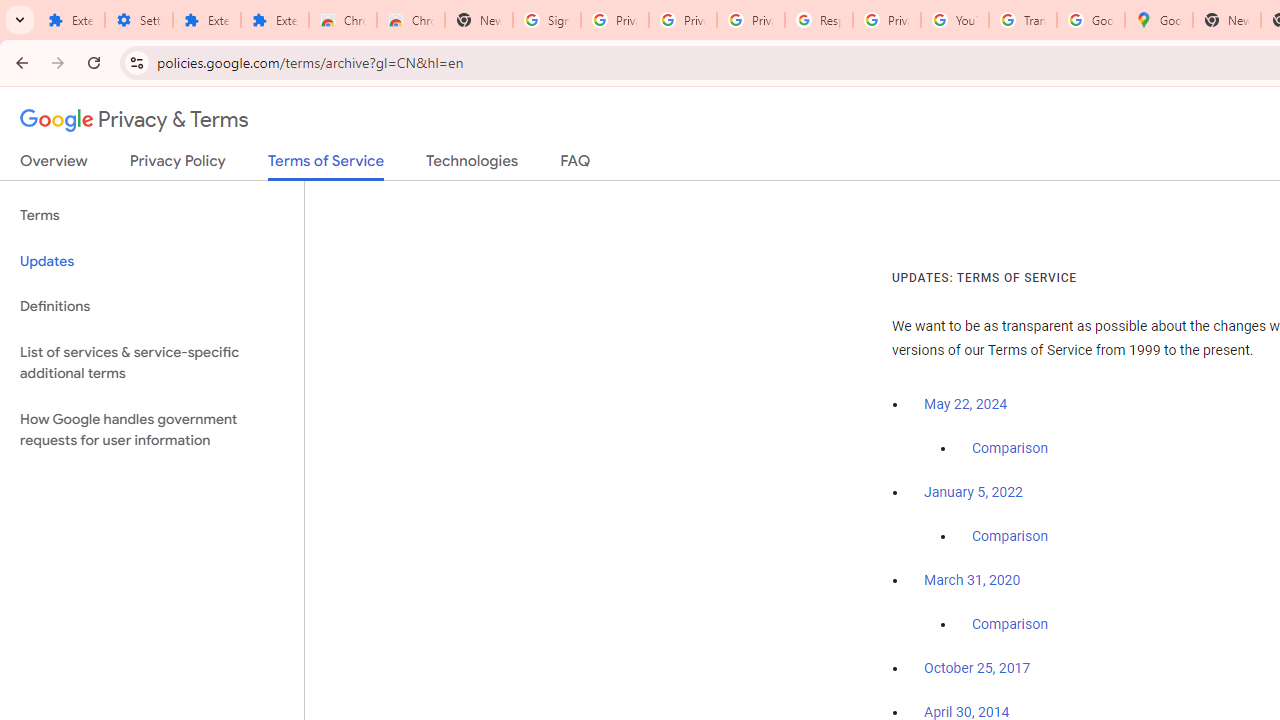  I want to click on 'Chrome Web Store', so click(343, 20).